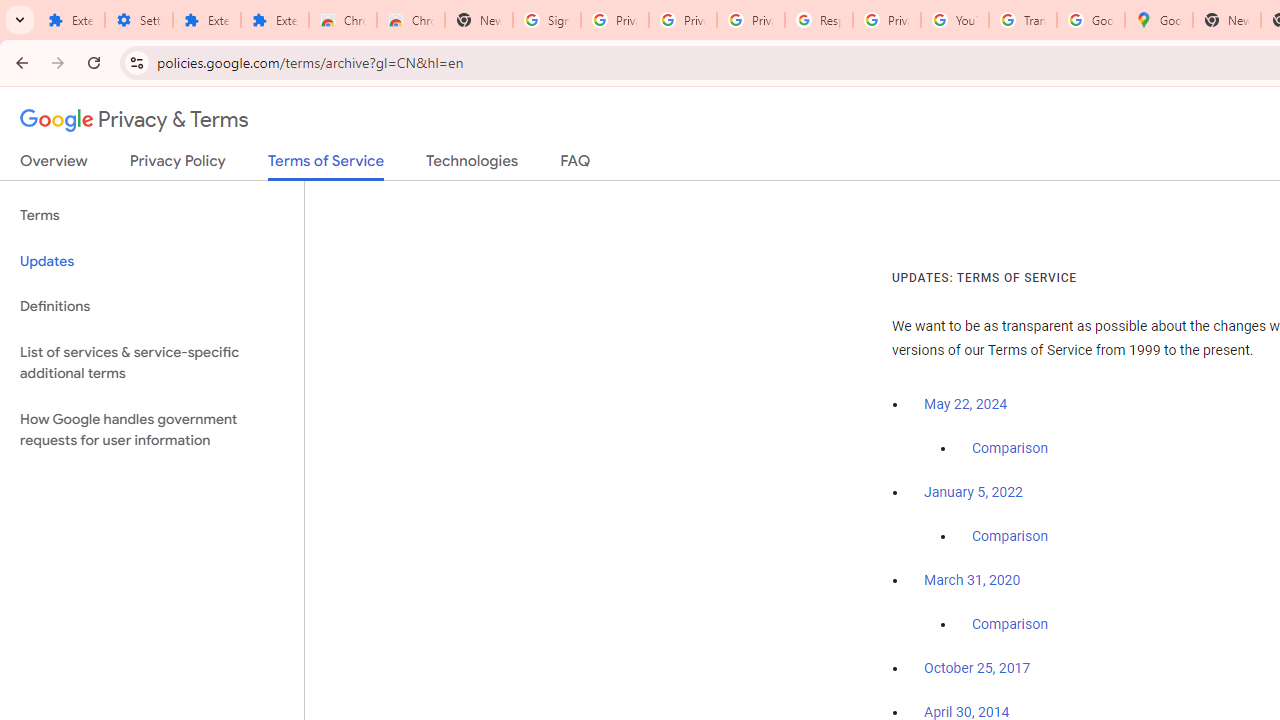  I want to click on 'Chrome Web Store', so click(343, 20).